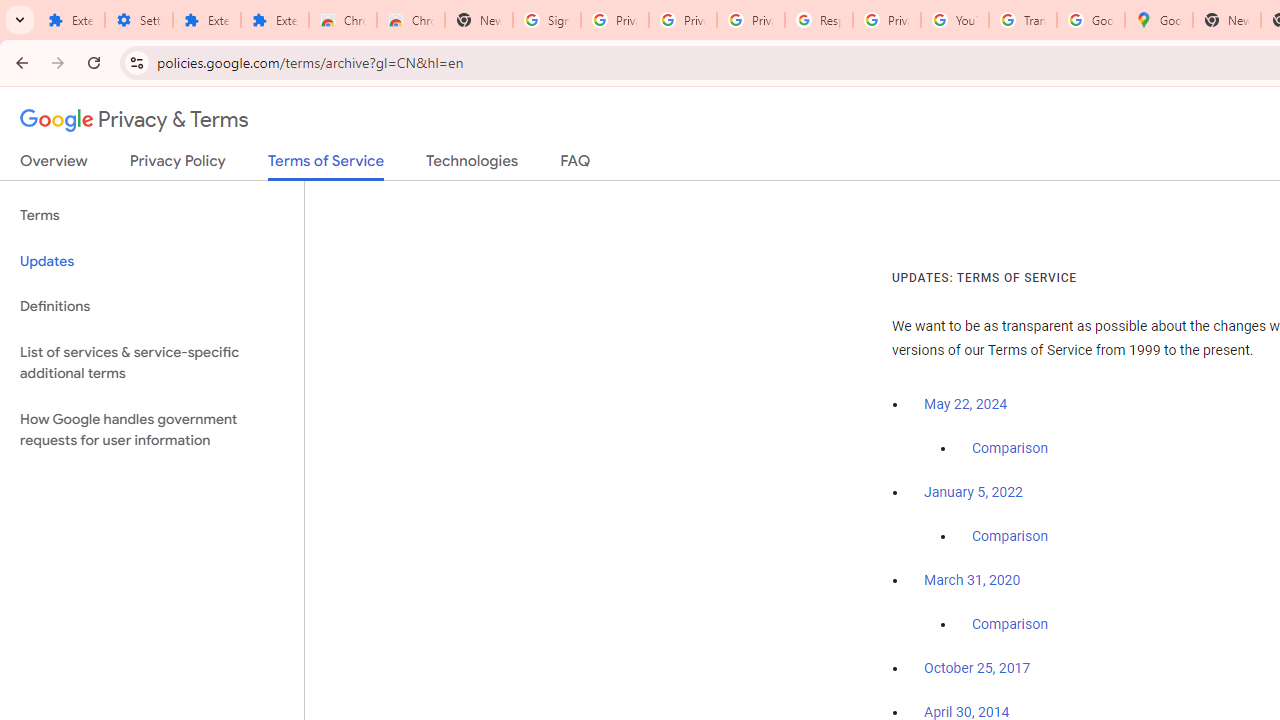  I want to click on 'Chrome Web Store', so click(343, 20).